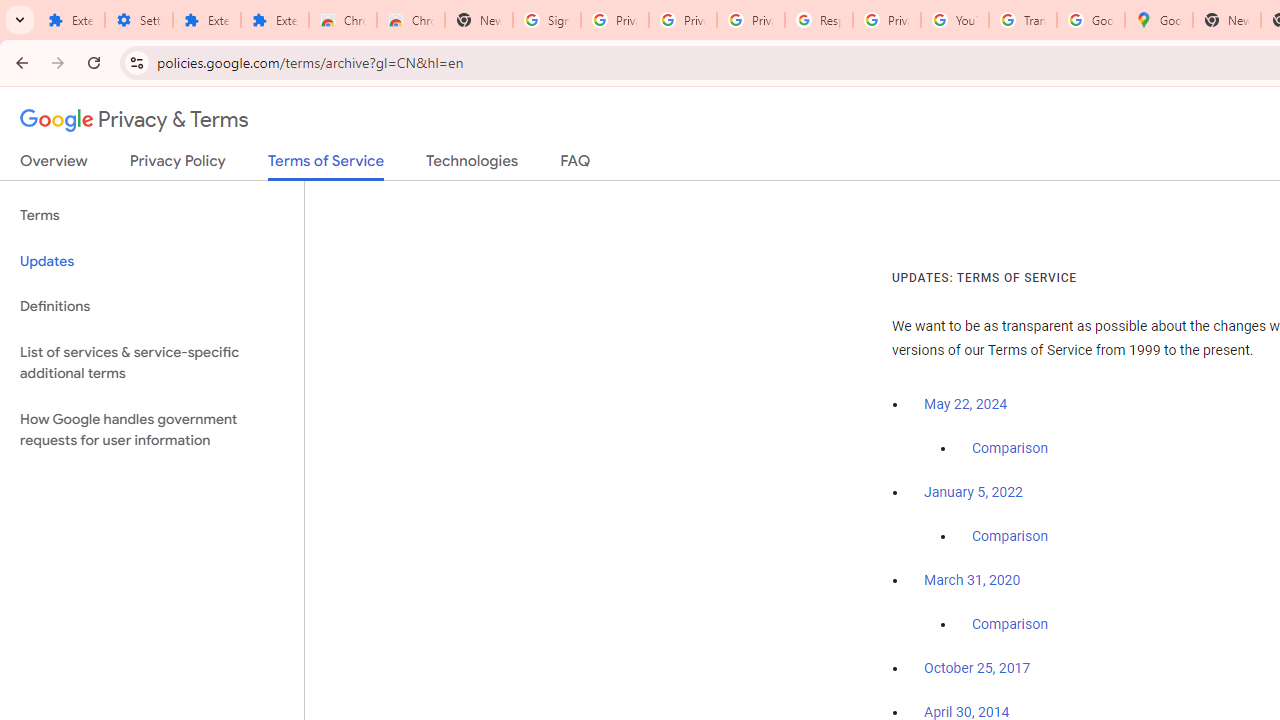  I want to click on 'Chrome Web Store', so click(343, 20).